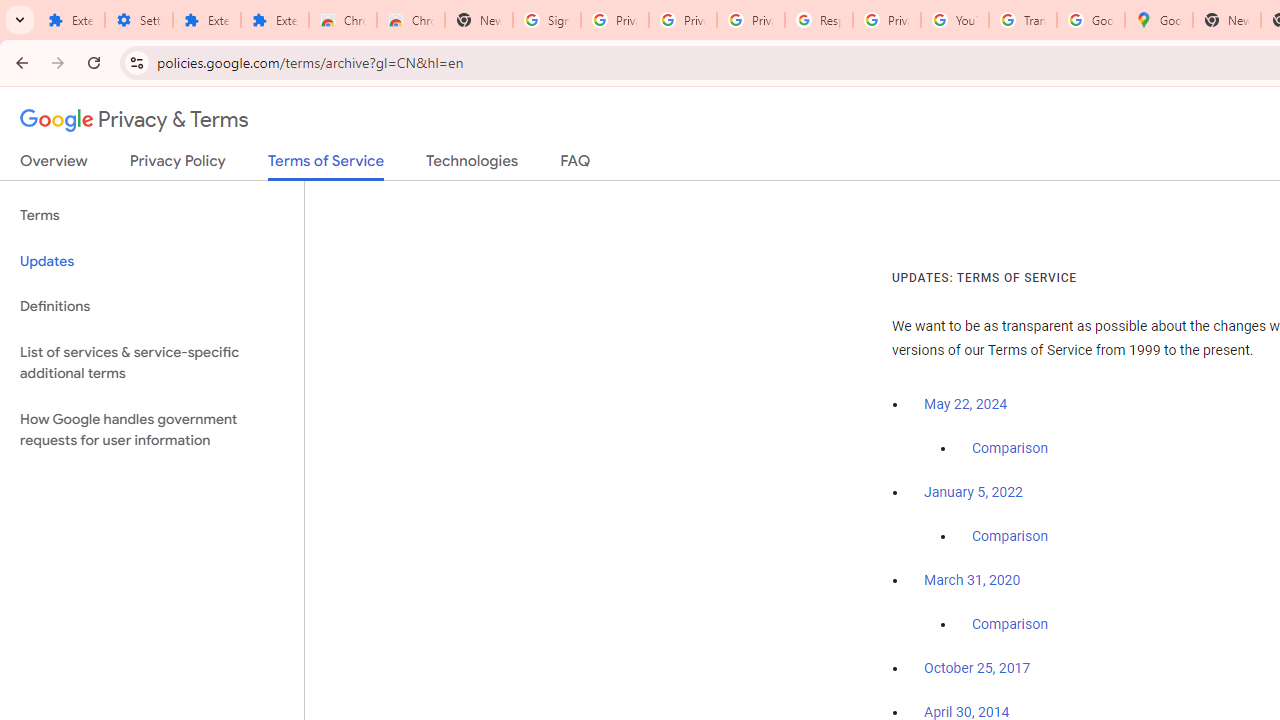  I want to click on 'Chrome Web Store', so click(343, 20).